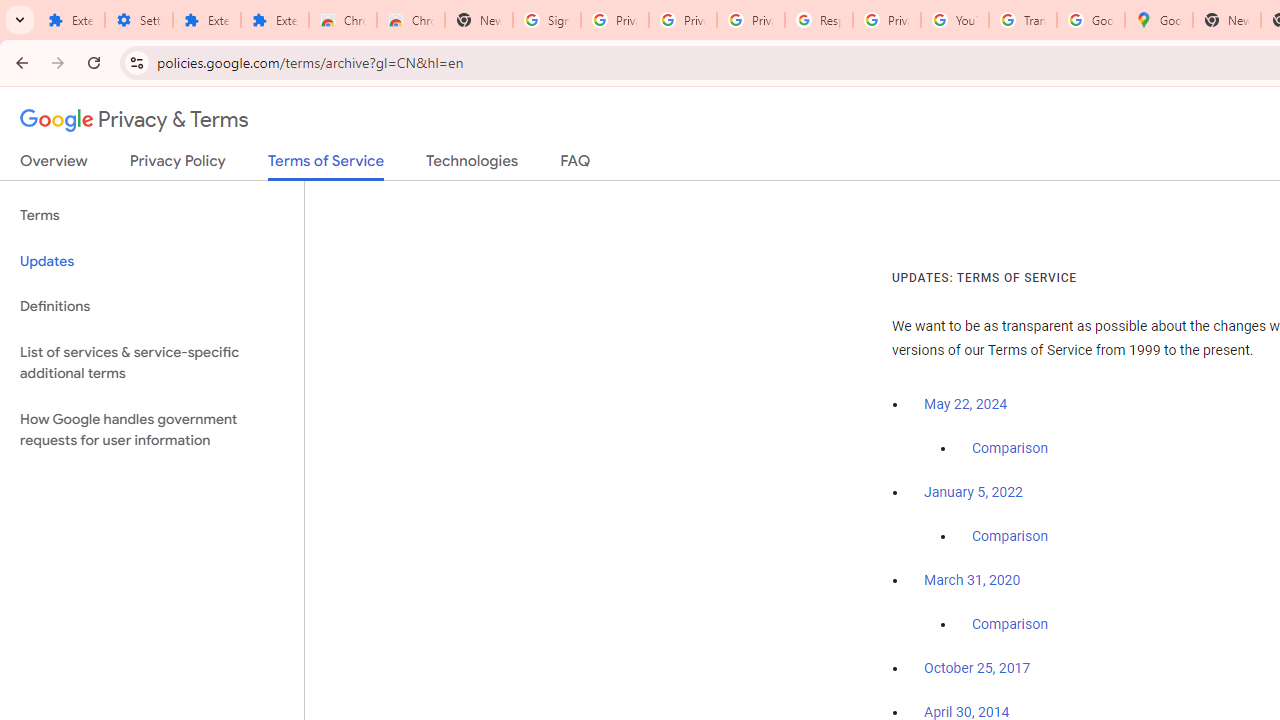  I want to click on 'Chrome Web Store', so click(343, 20).